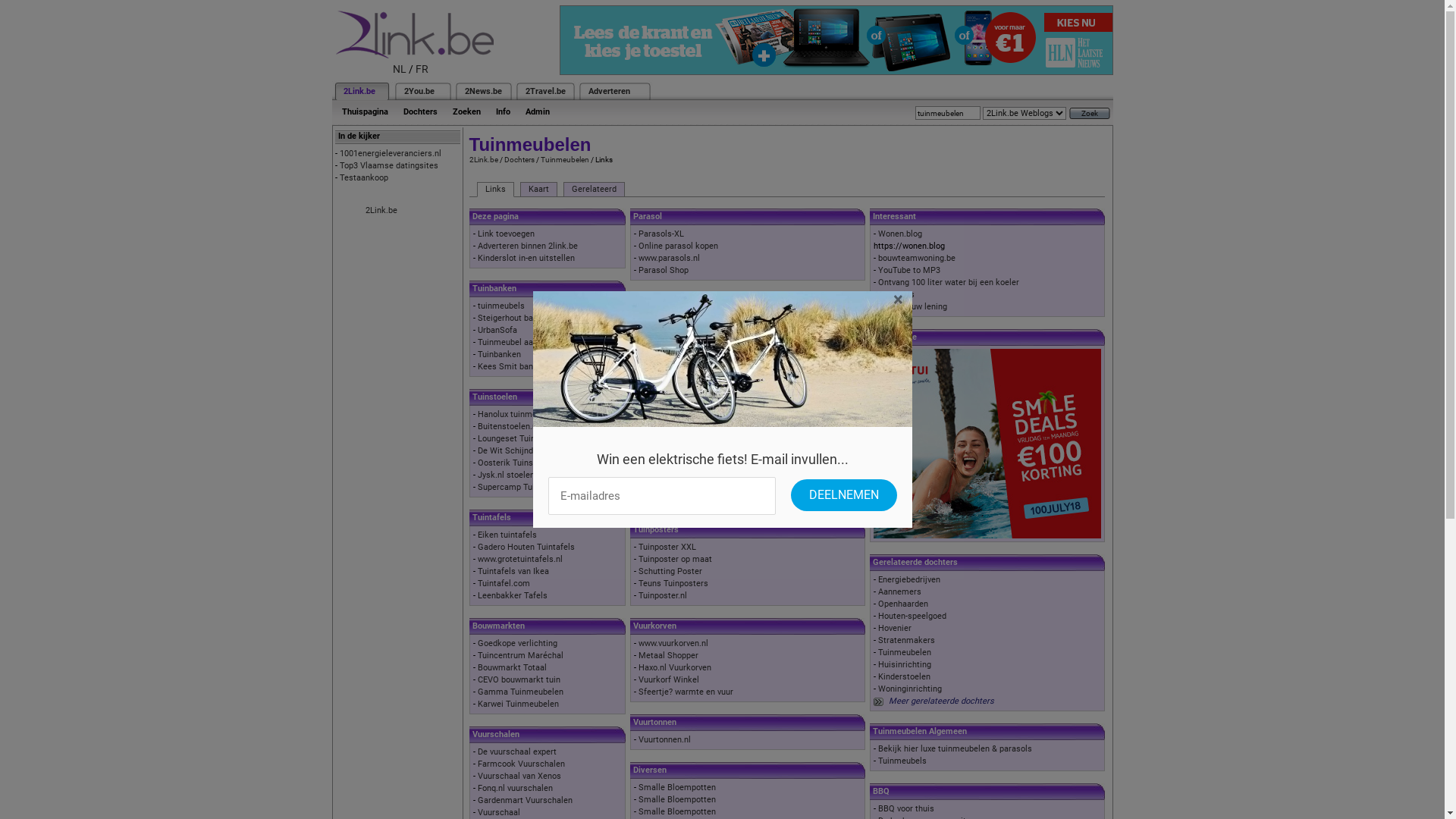  I want to click on 'Haxo.nl Vuurkorven', so click(673, 667).